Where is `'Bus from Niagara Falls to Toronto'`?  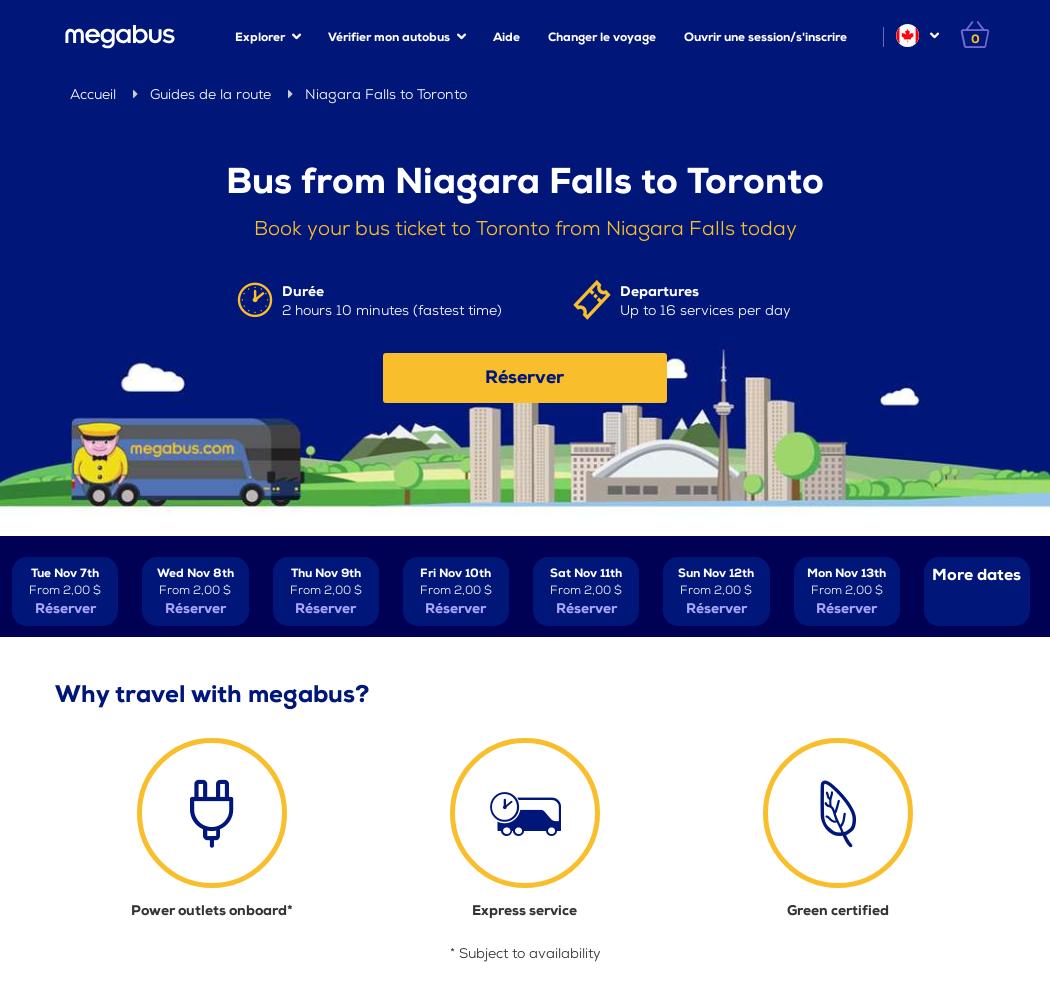 'Bus from Niagara Falls to Toronto' is located at coordinates (525, 181).